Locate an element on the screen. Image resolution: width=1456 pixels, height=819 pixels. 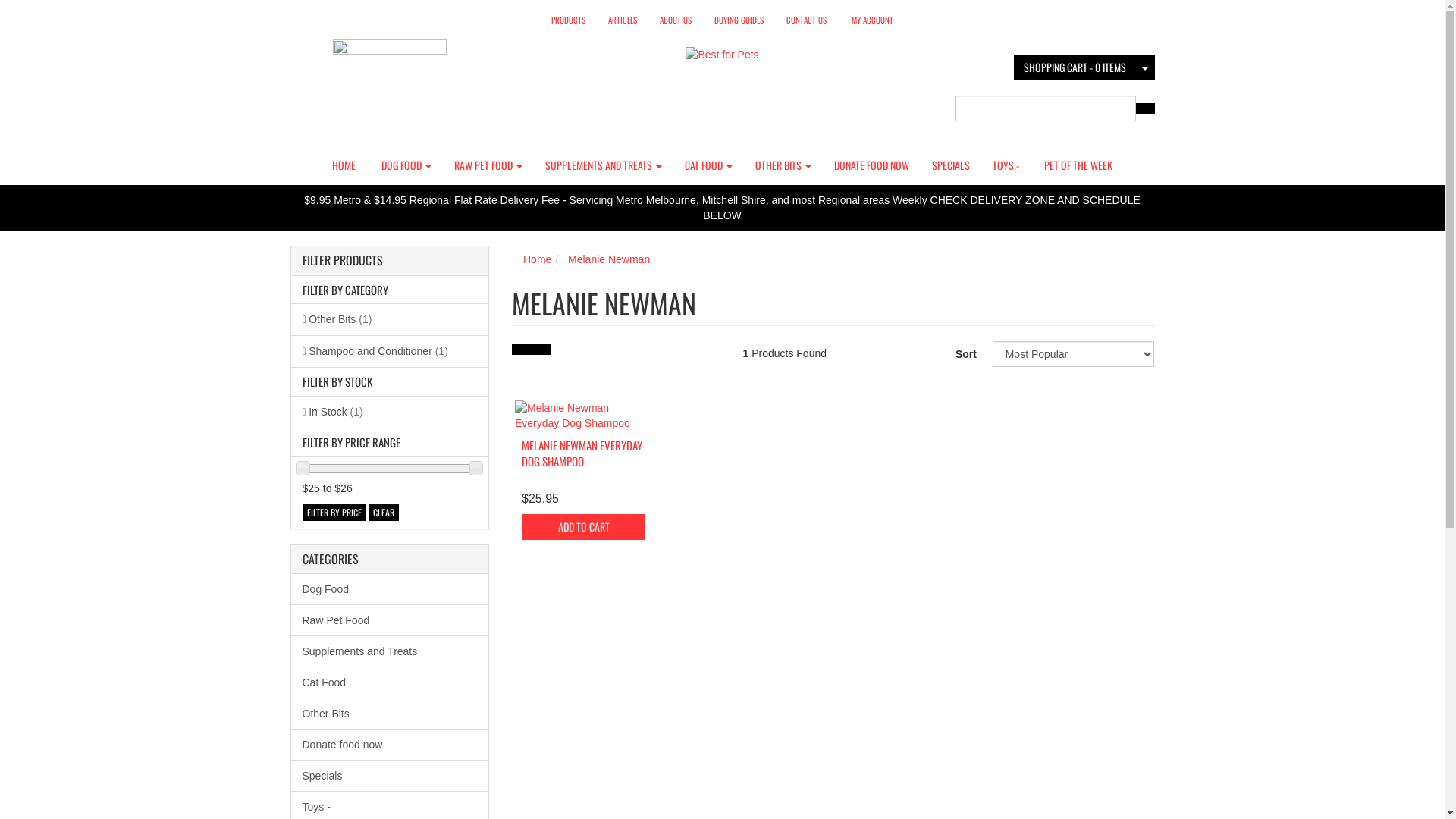
'PRODUCTS' is located at coordinates (539, 20).